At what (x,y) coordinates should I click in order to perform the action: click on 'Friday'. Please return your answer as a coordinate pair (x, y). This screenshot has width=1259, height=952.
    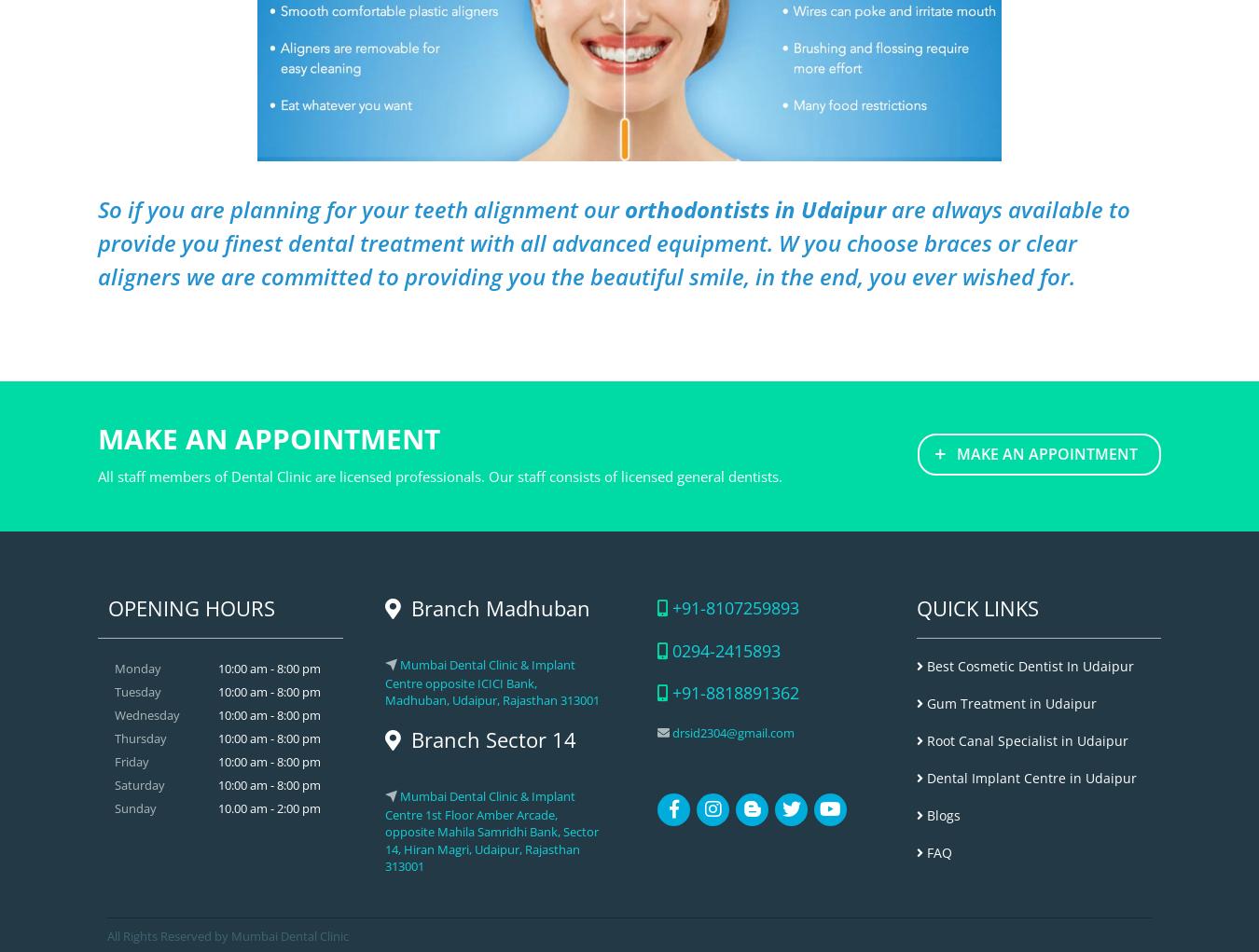
    Looking at the image, I should click on (131, 761).